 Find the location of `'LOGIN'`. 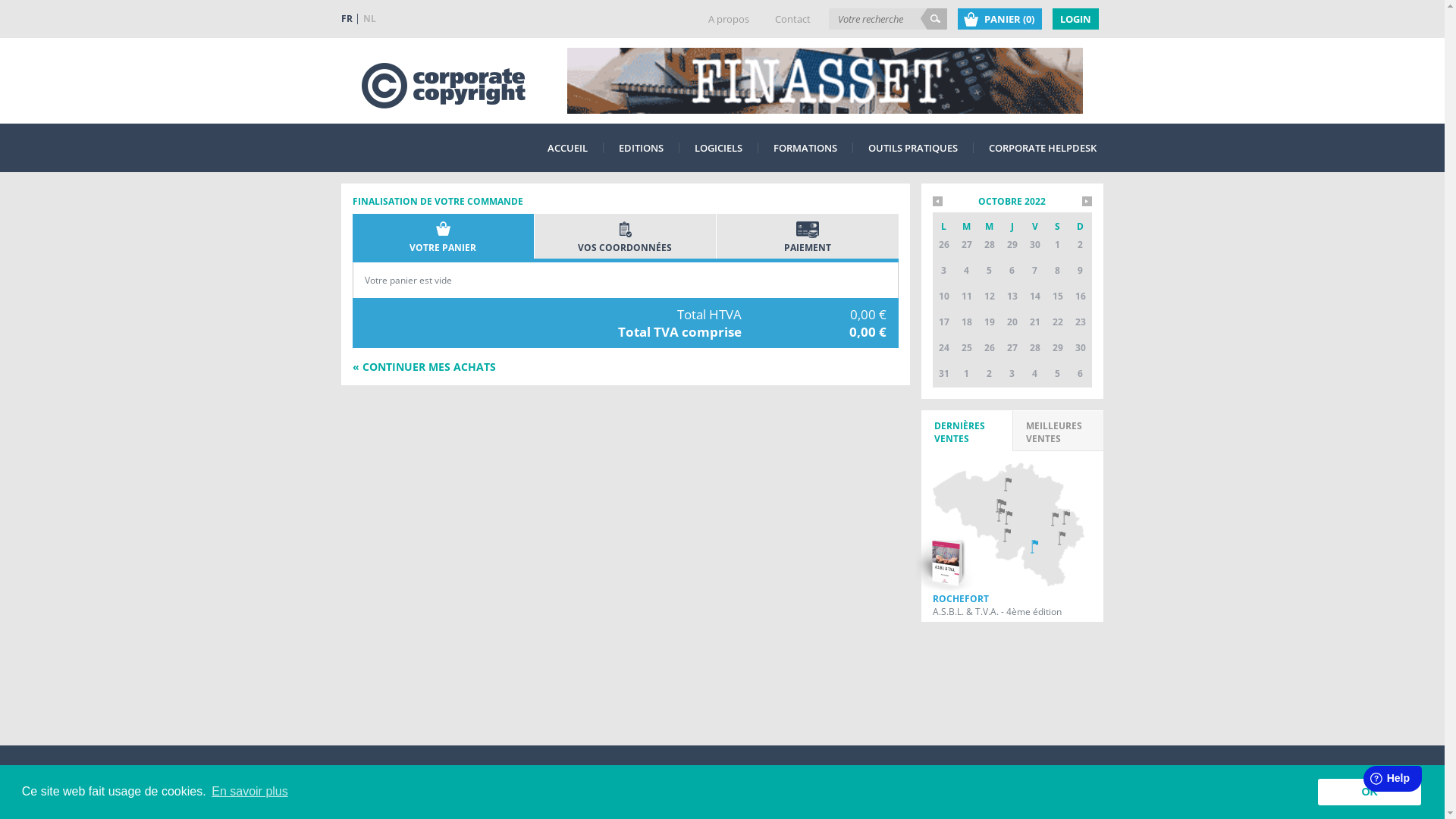

'LOGIN' is located at coordinates (1051, 18).